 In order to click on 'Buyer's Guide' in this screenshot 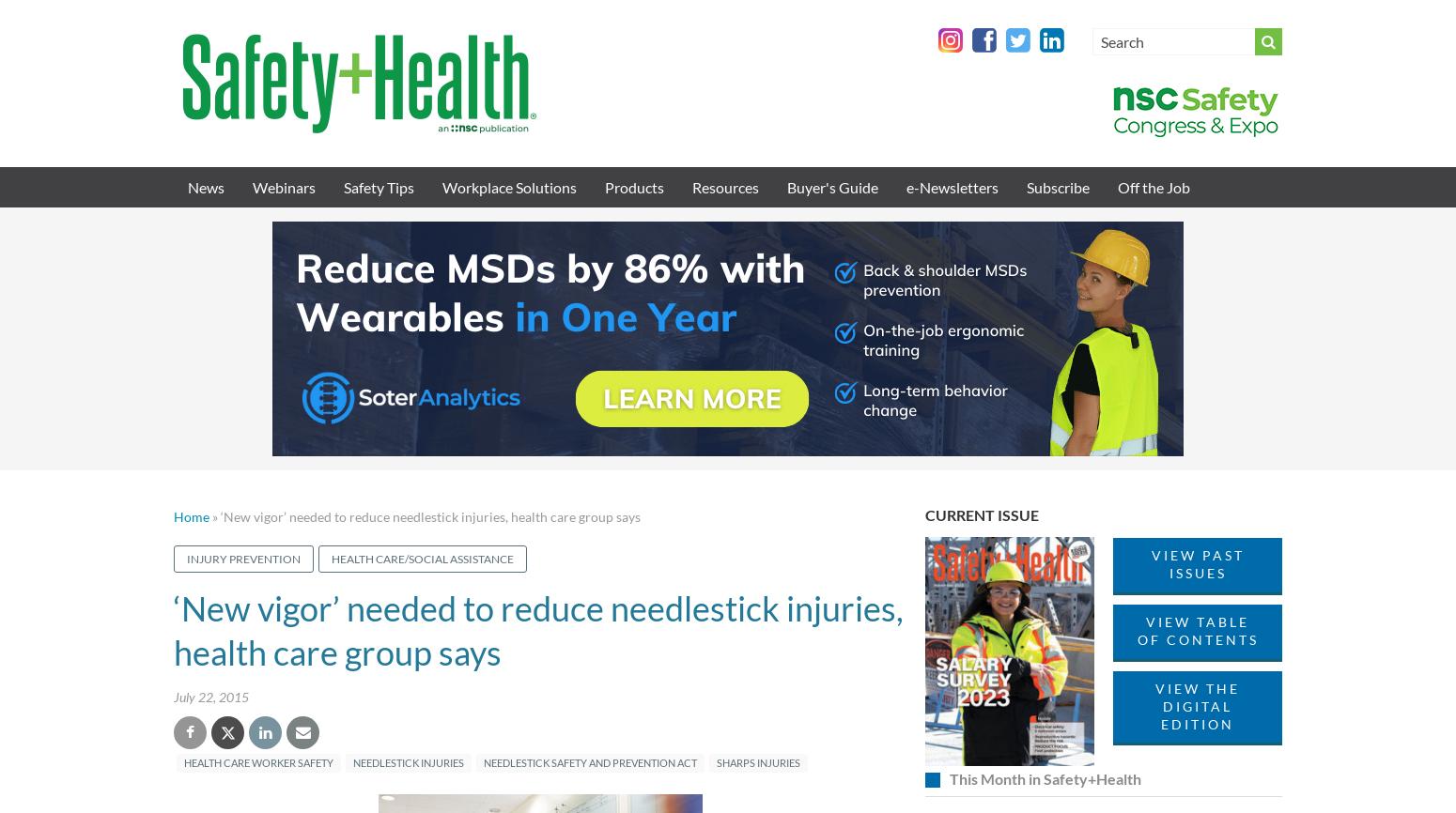, I will do `click(832, 187)`.